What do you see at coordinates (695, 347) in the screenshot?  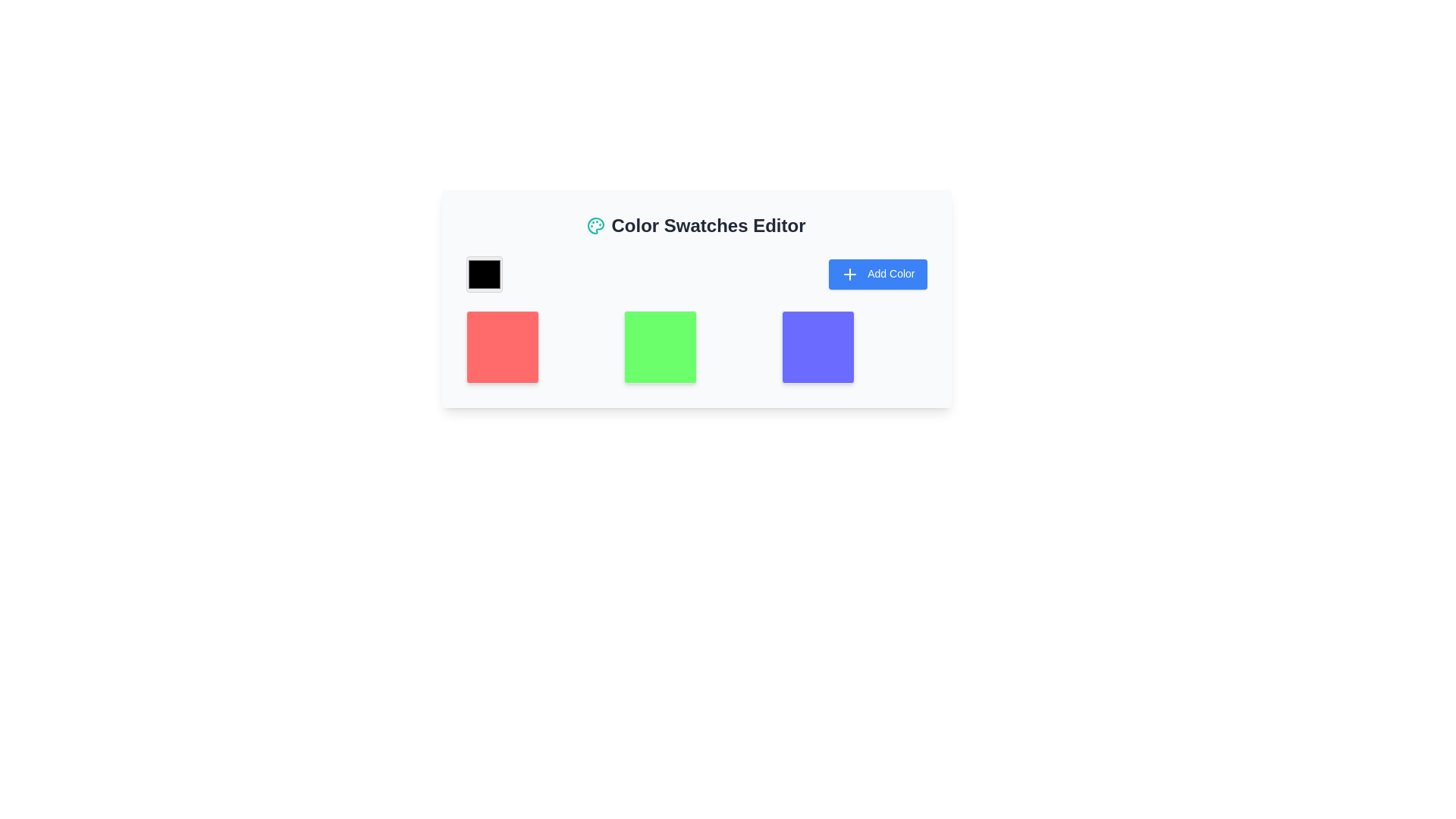 I see `the green color swatch display, which is the second square from the left` at bounding box center [695, 347].